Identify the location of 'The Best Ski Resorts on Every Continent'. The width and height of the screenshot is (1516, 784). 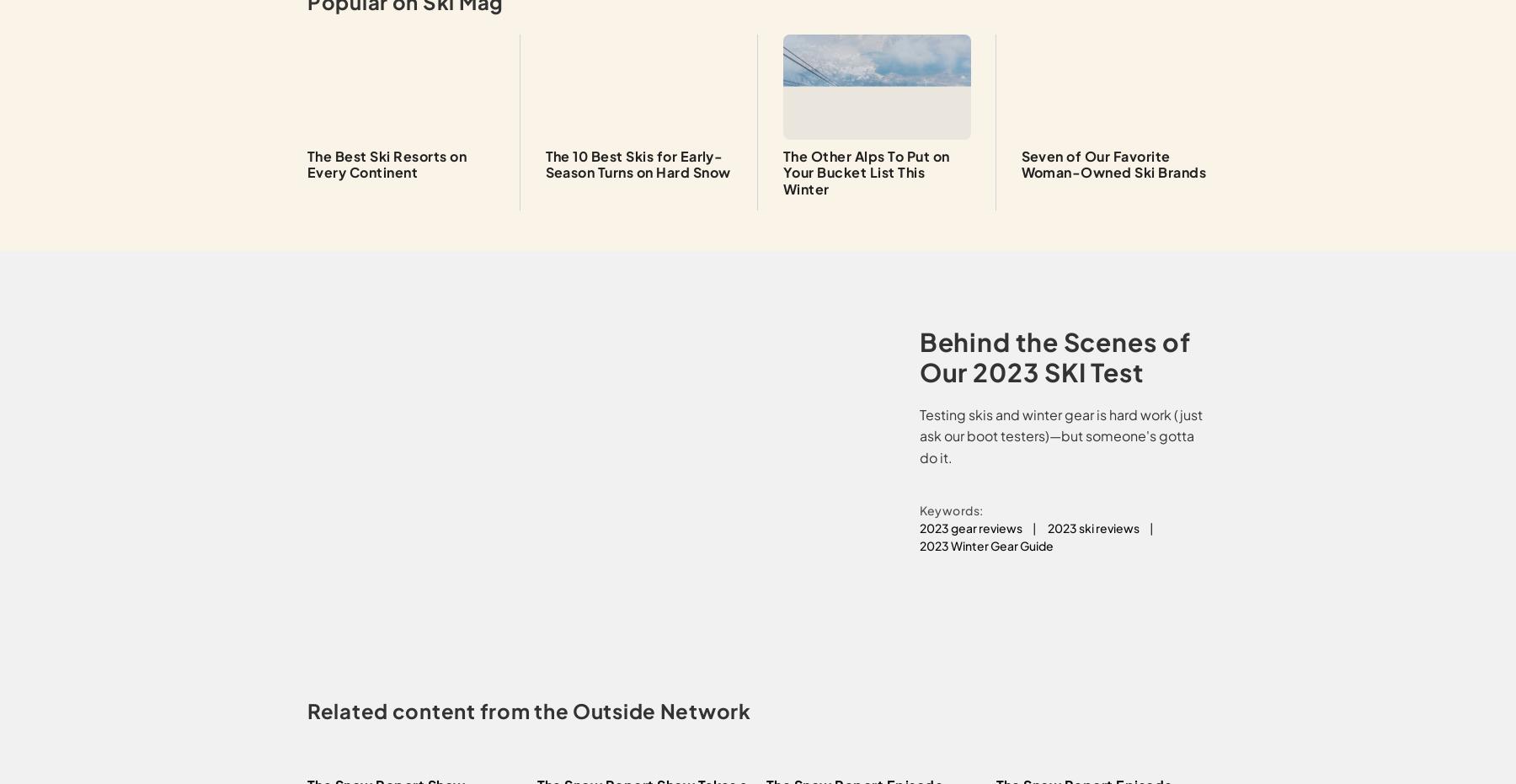
(386, 163).